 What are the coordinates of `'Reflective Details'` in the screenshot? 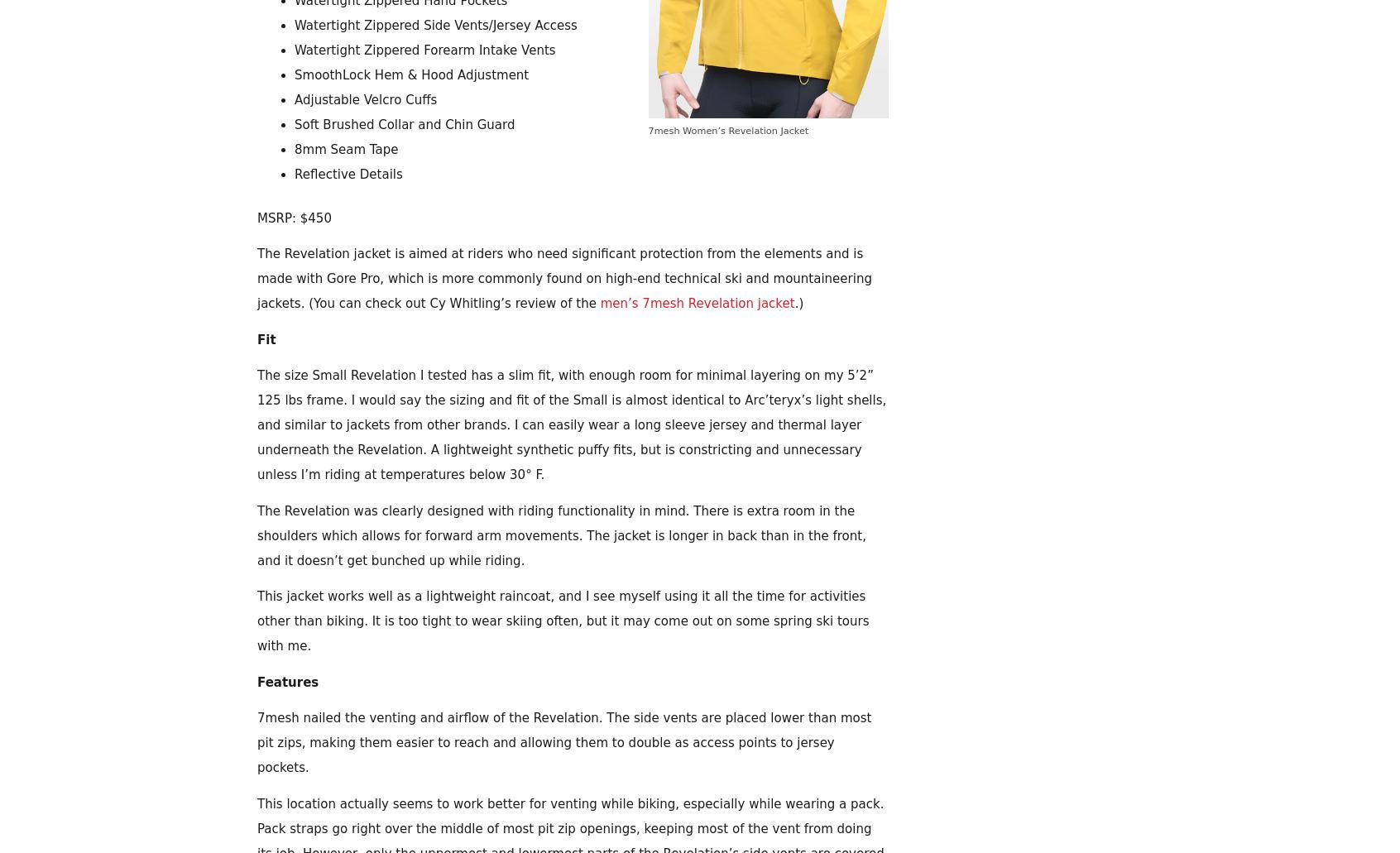 It's located at (294, 175).